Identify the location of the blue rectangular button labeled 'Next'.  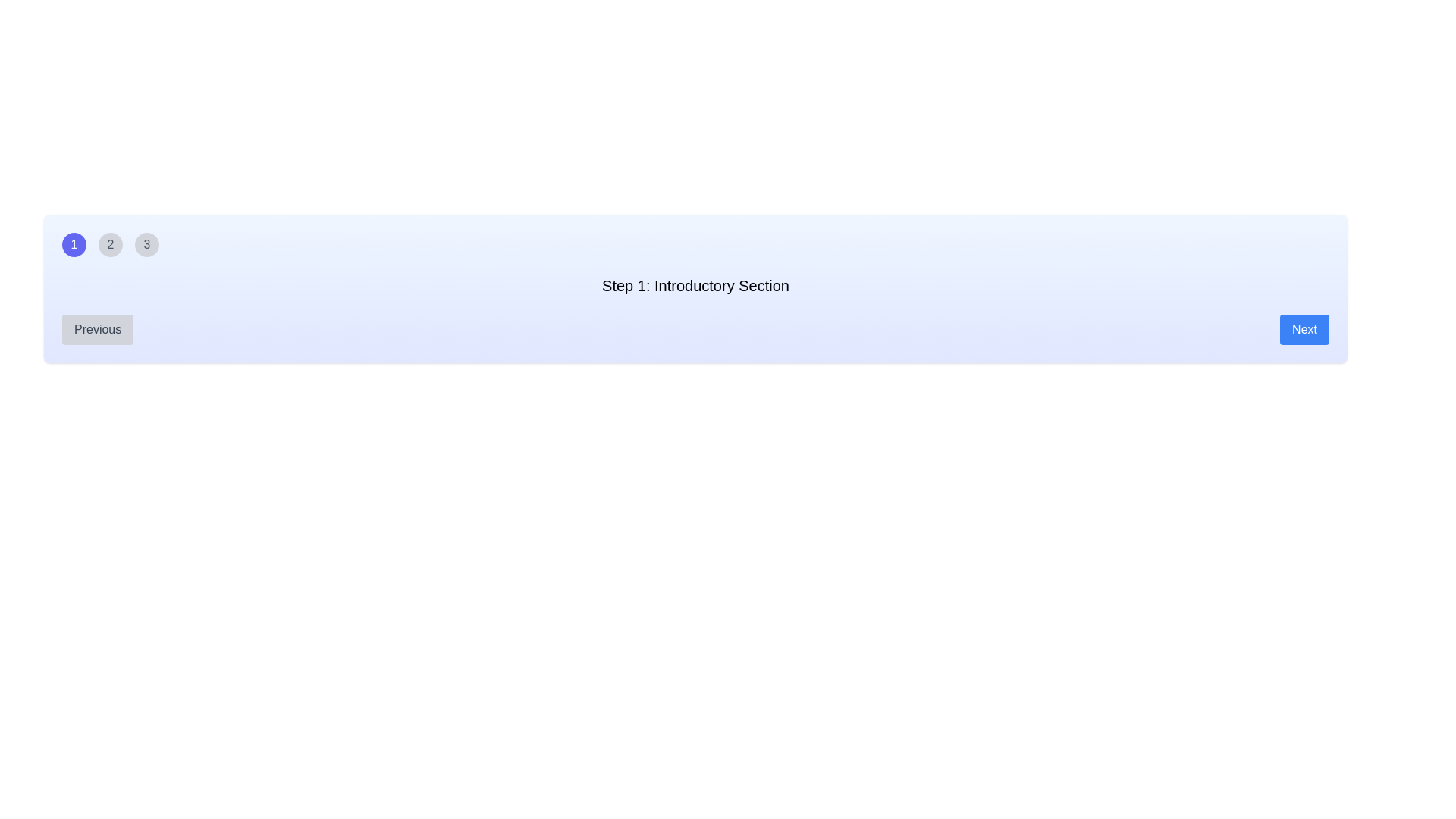
(1304, 329).